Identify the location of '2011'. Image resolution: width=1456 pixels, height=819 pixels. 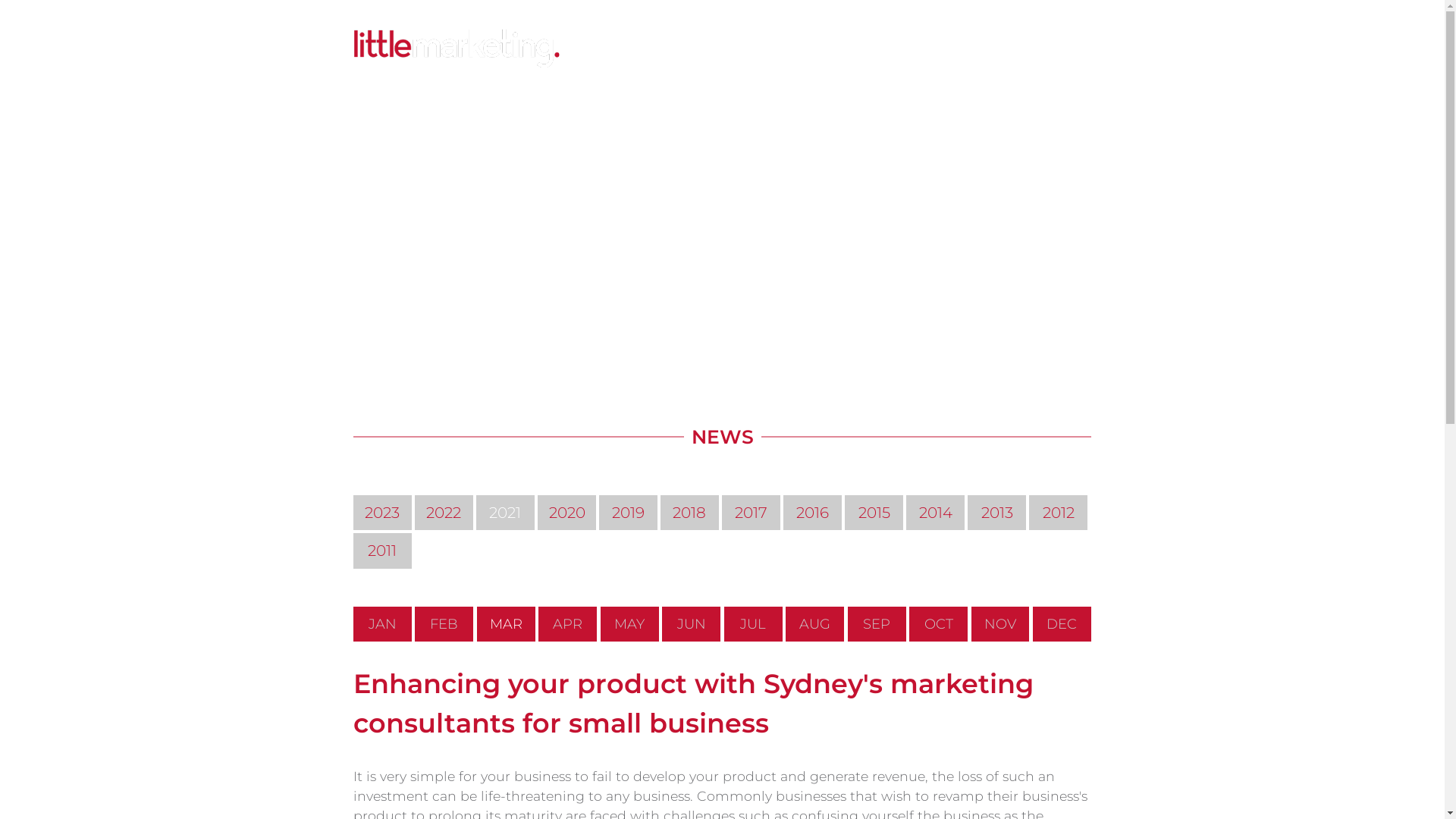
(382, 550).